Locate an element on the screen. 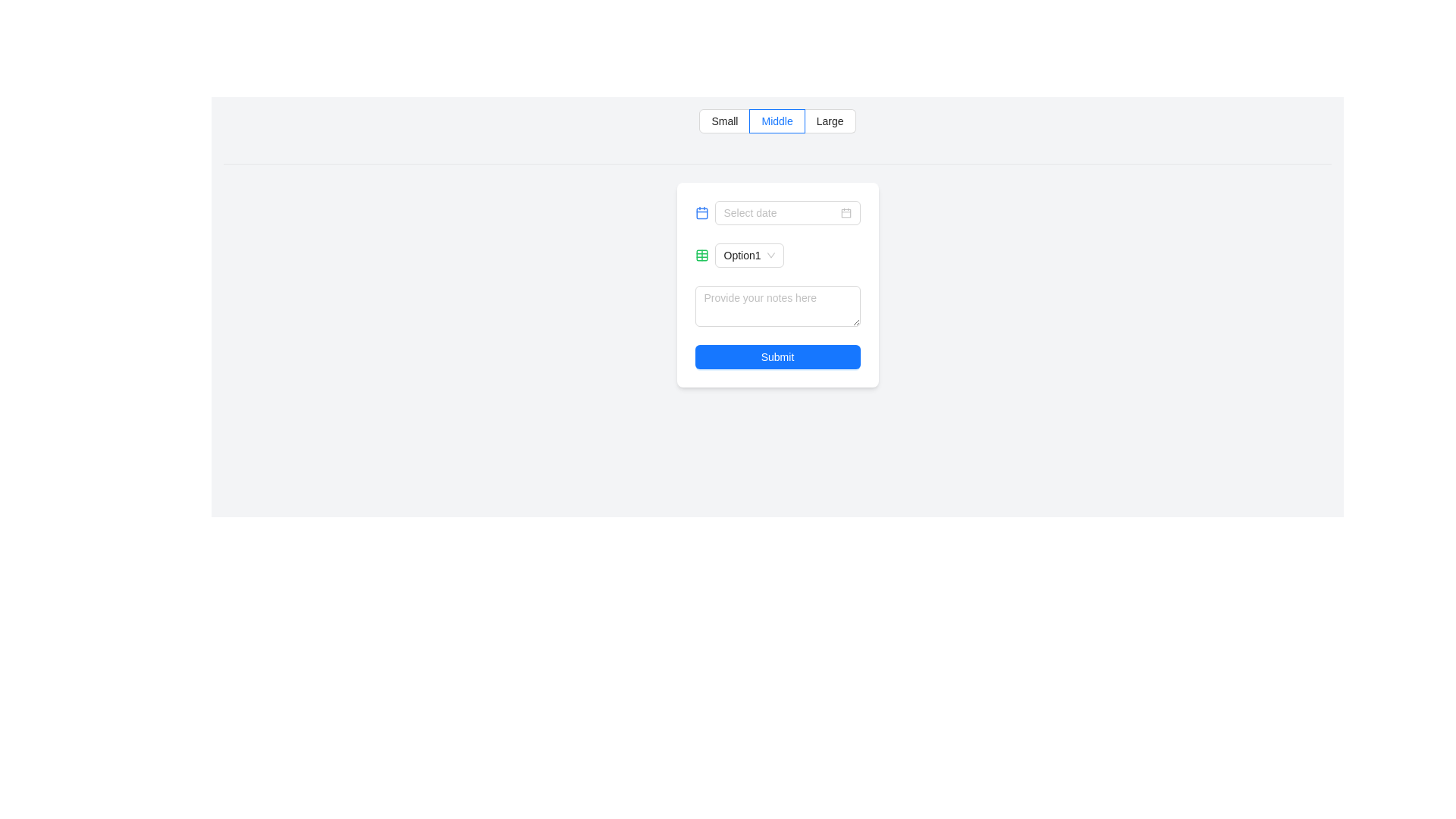 The image size is (1456, 819). the 'Large' size radio button, which is the rightmost item in a group of three horizontally placed radio buttons, located at the top-right section of the interface is located at coordinates (830, 120).